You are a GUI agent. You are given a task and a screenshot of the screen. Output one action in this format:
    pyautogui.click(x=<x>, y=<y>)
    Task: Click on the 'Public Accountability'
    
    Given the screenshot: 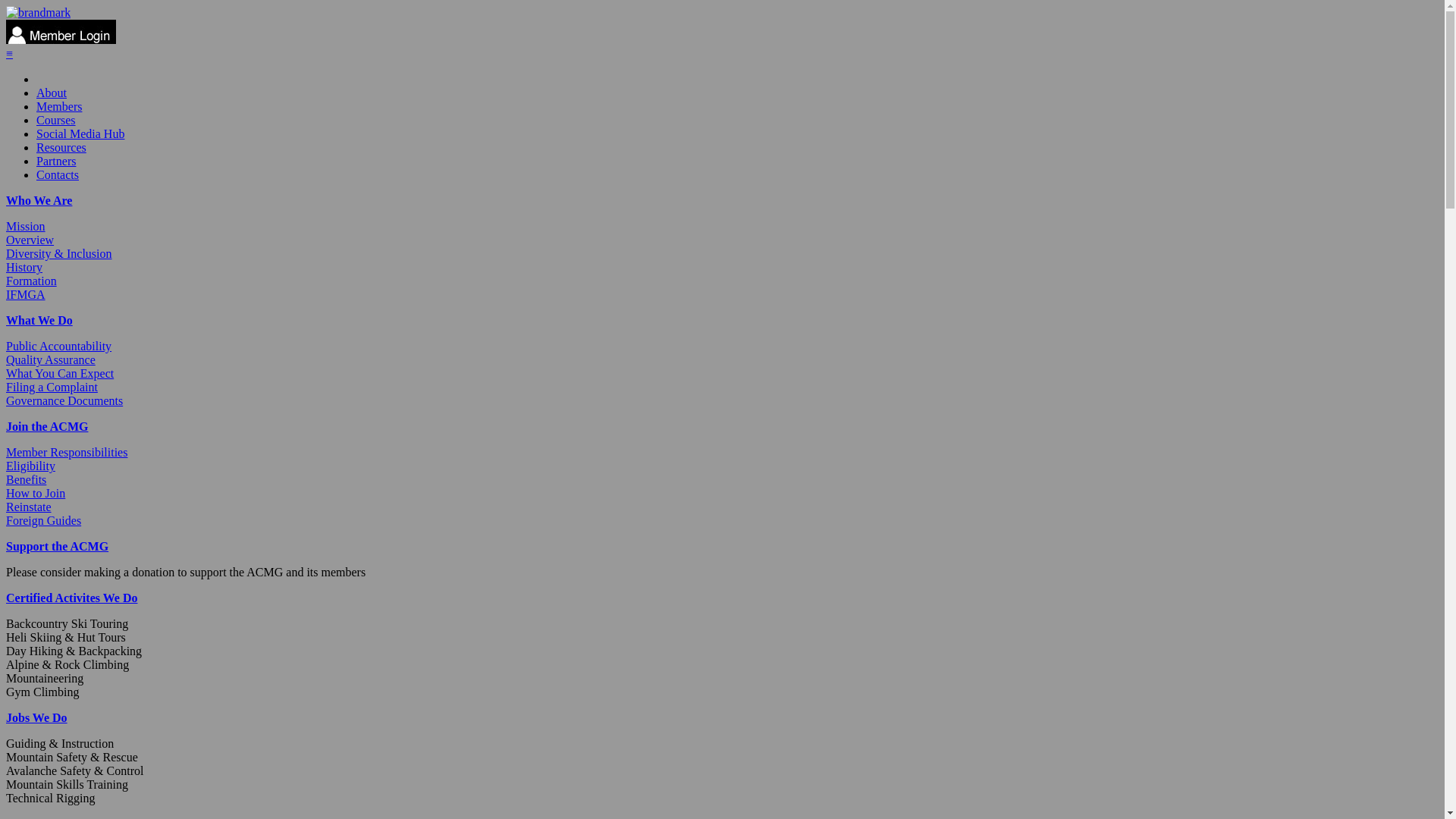 What is the action you would take?
    pyautogui.click(x=6, y=346)
    